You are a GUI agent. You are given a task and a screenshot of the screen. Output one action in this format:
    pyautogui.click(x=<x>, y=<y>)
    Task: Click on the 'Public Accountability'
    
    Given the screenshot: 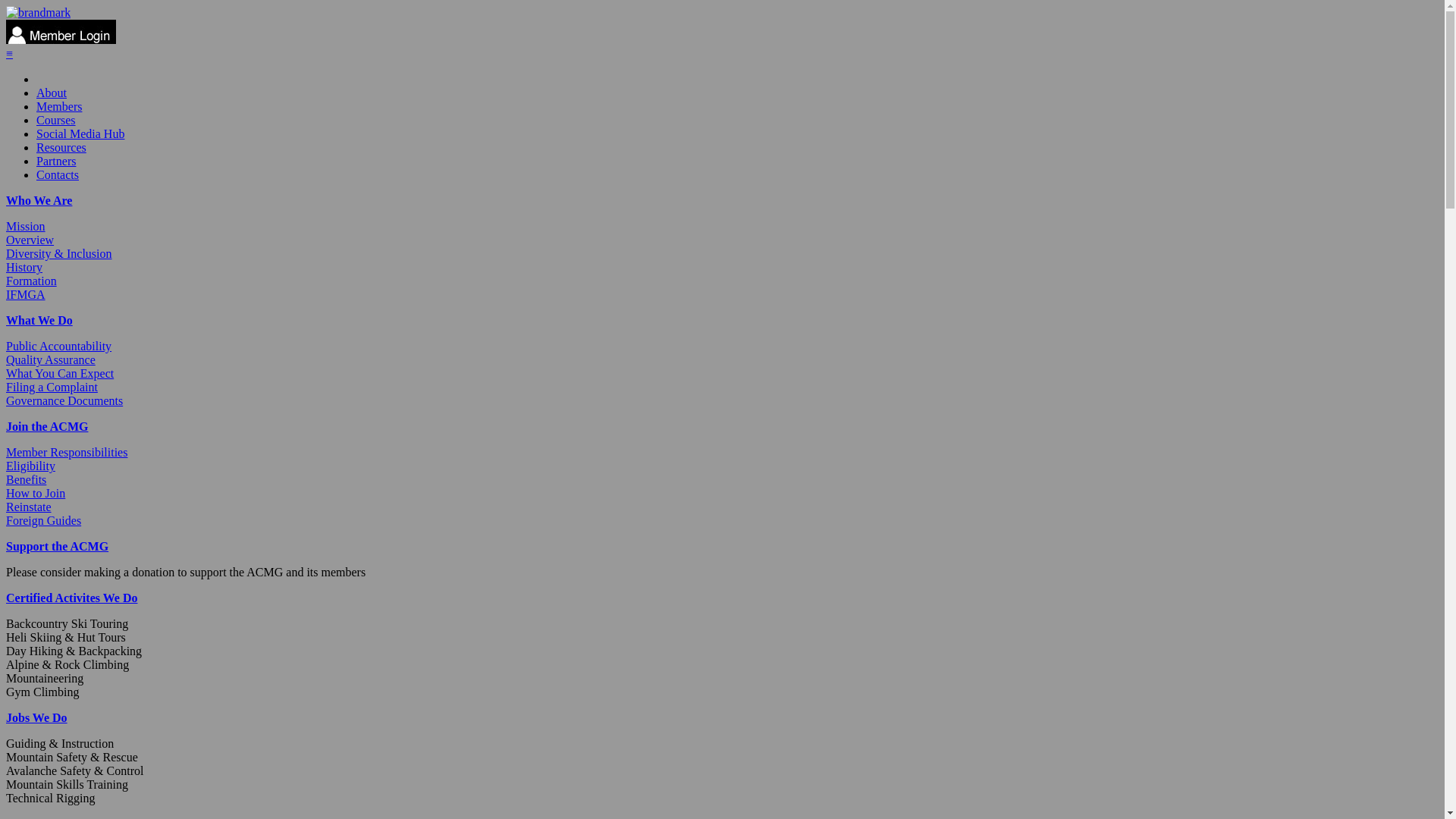 What is the action you would take?
    pyautogui.click(x=6, y=346)
    